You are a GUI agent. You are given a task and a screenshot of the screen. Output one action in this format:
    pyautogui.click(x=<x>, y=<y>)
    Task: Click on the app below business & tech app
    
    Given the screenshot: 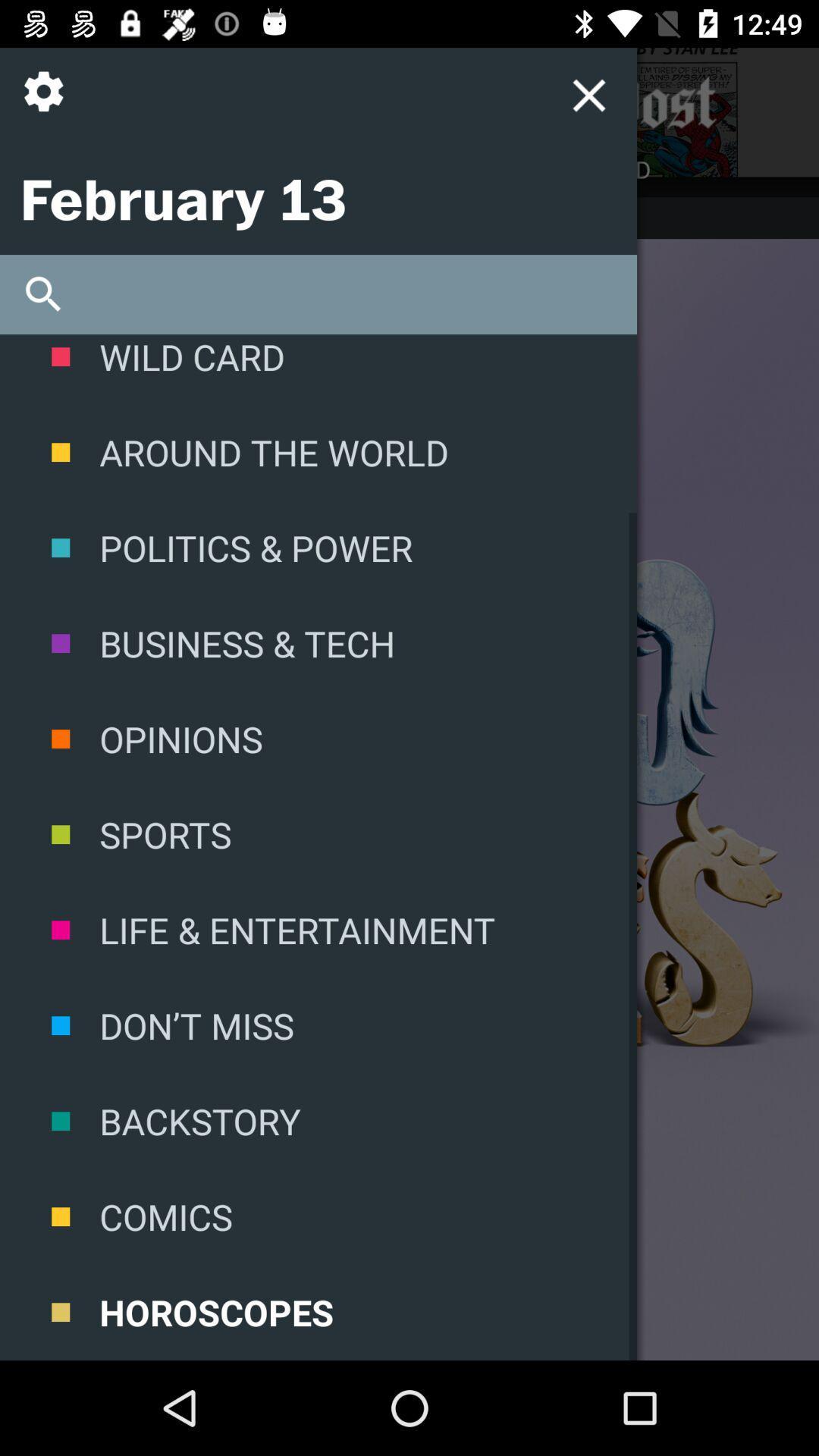 What is the action you would take?
    pyautogui.click(x=318, y=739)
    